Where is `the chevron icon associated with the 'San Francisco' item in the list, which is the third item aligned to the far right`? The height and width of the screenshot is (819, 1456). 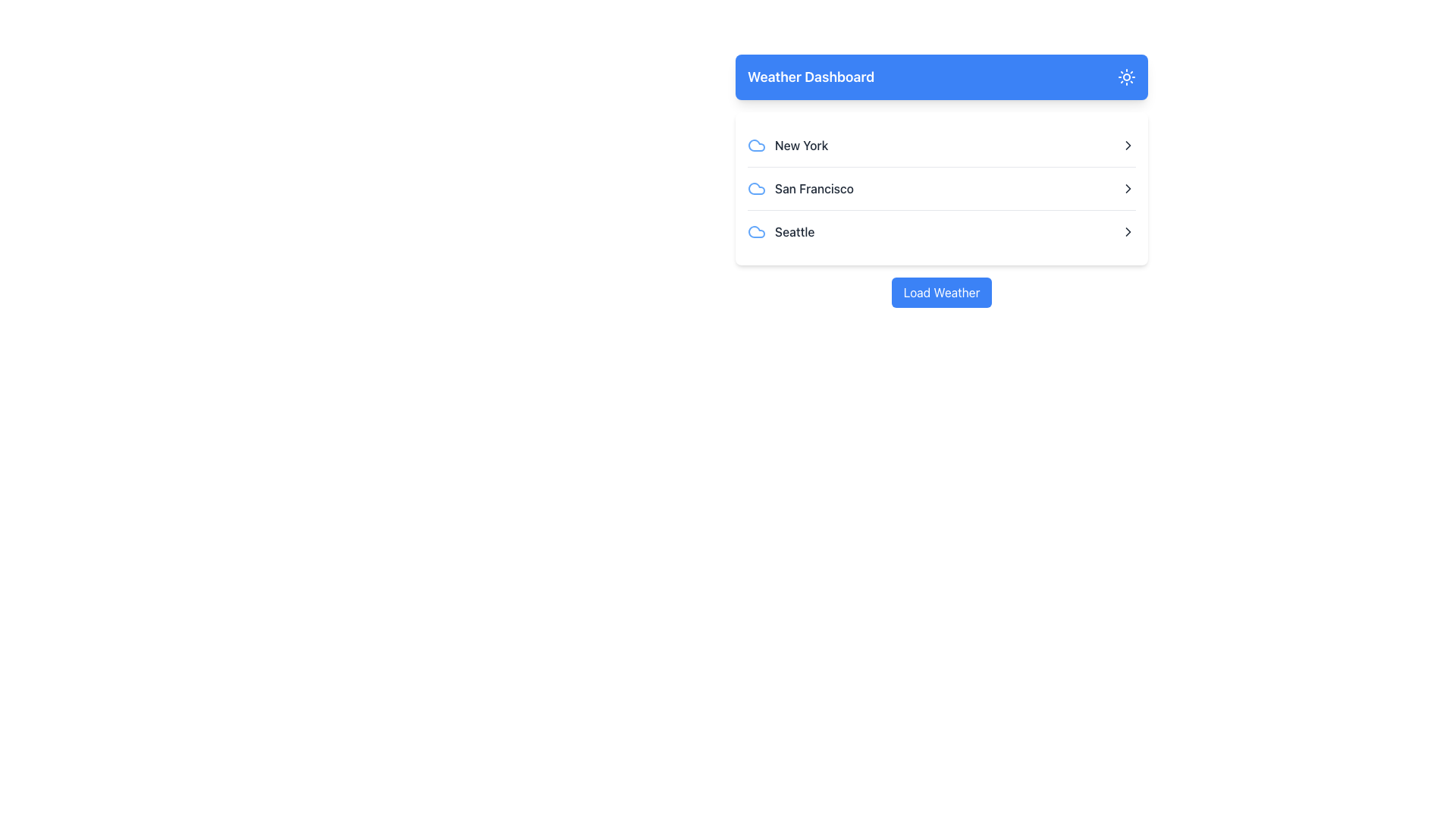
the chevron icon associated with the 'San Francisco' item in the list, which is the third item aligned to the far right is located at coordinates (1128, 188).